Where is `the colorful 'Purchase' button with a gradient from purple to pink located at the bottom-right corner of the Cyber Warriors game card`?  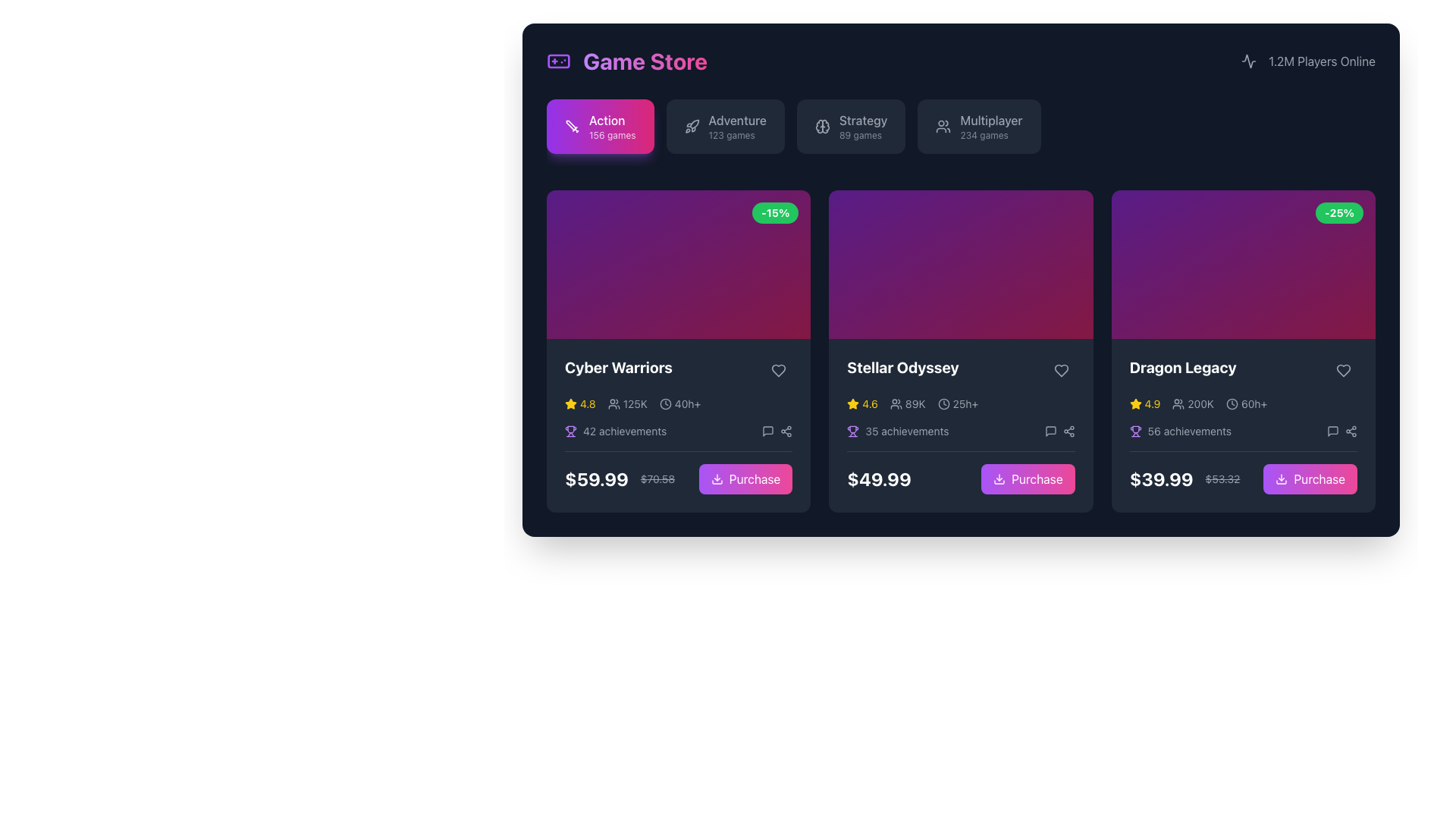 the colorful 'Purchase' button with a gradient from purple to pink located at the bottom-right corner of the Cyber Warriors game card is located at coordinates (745, 479).